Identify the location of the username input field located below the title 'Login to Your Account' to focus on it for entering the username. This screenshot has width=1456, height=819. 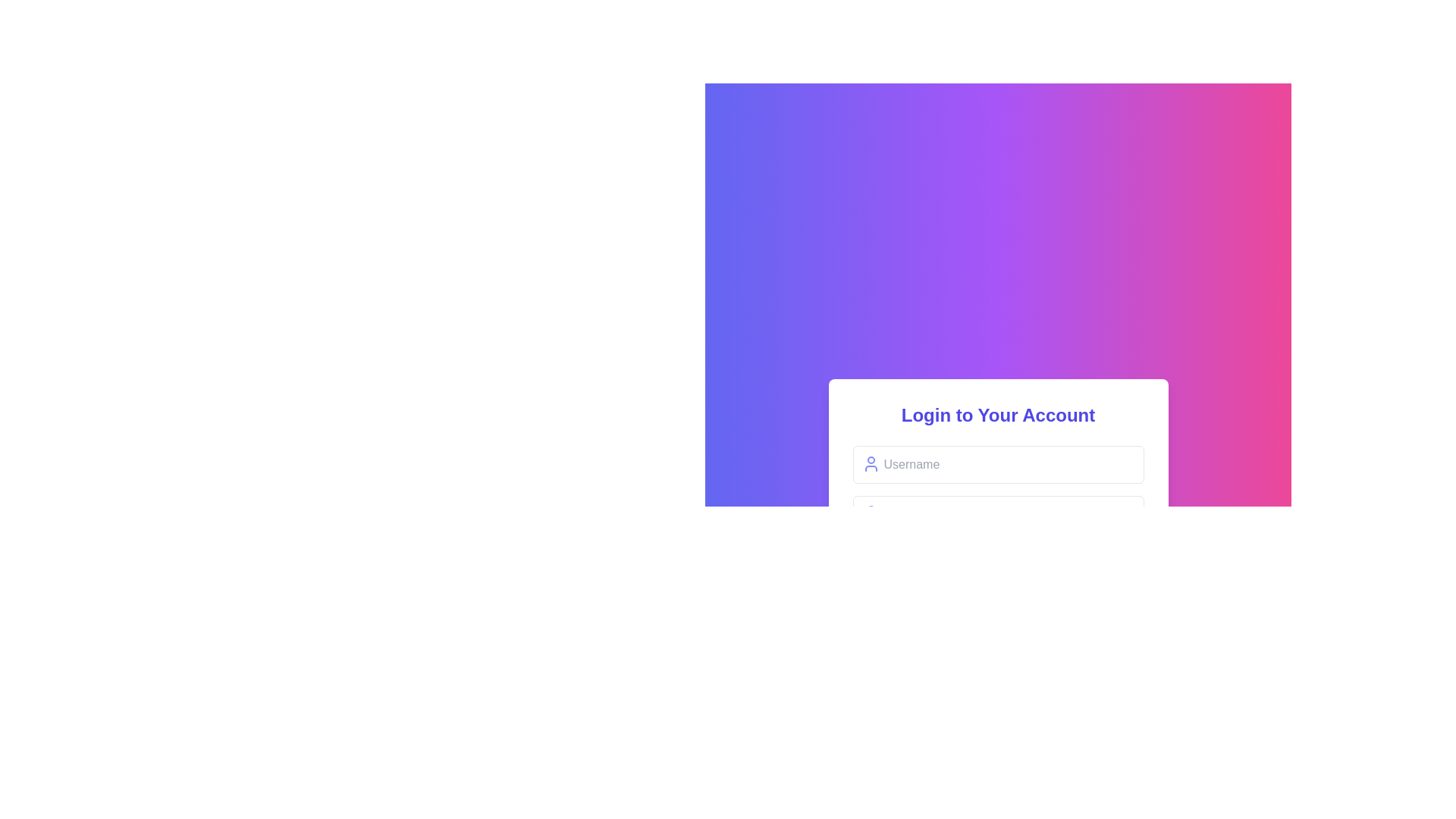
(998, 464).